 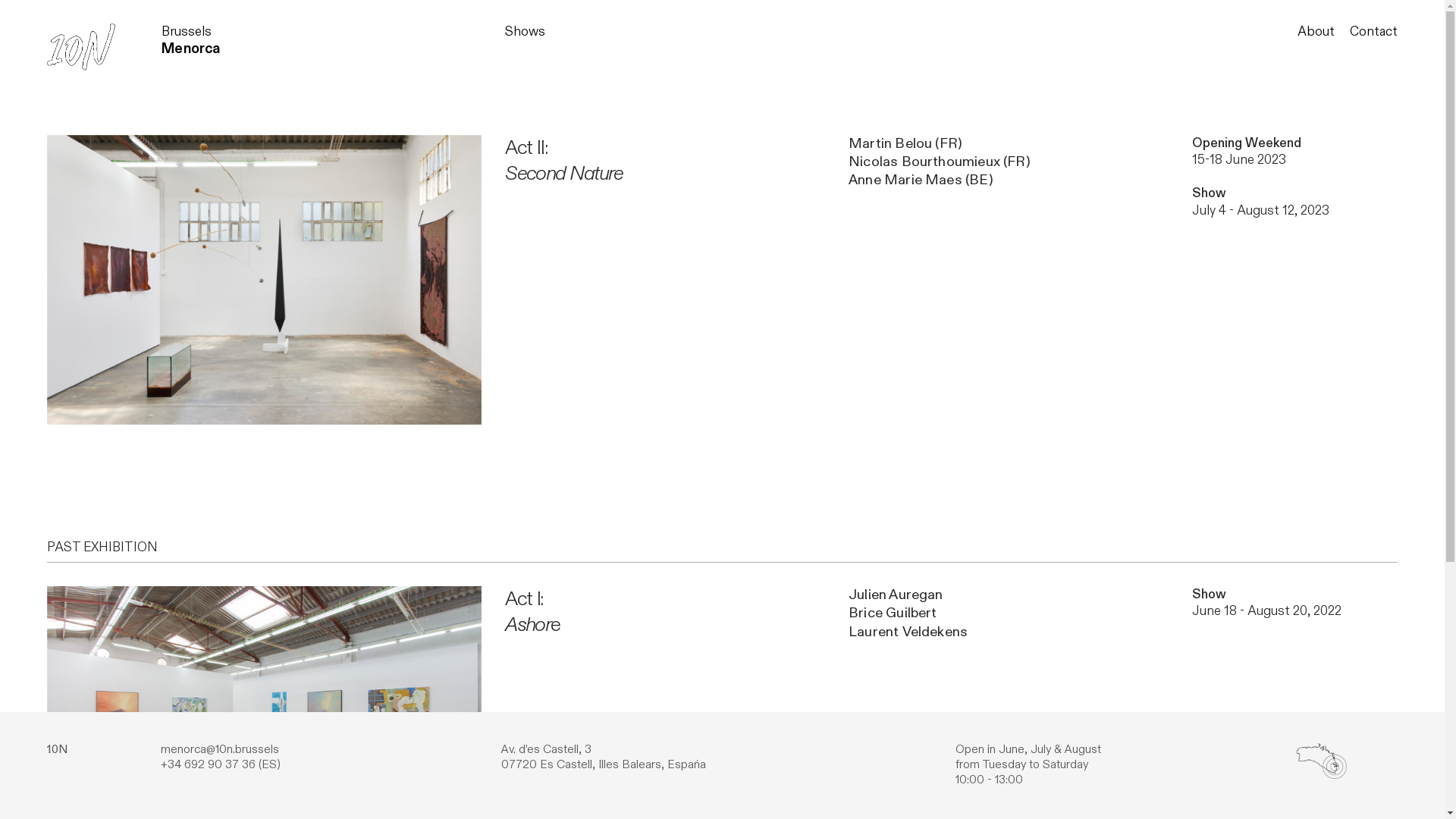 What do you see at coordinates (908, 613) in the screenshot?
I see `'Julien Auregan` at bounding box center [908, 613].